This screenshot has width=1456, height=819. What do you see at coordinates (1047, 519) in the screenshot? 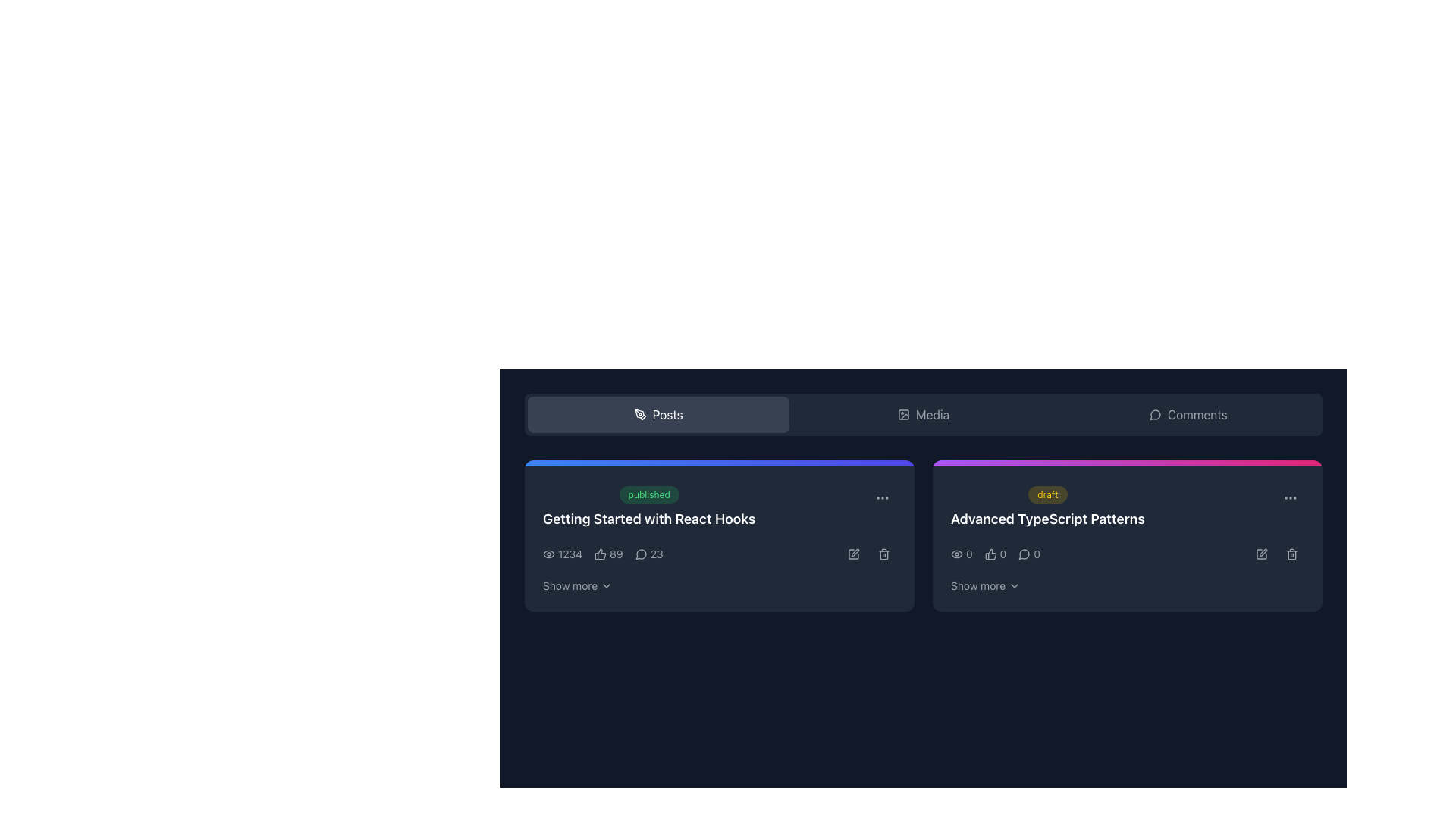
I see `the text label 'Advanced TypeScript Patterns'` at bounding box center [1047, 519].